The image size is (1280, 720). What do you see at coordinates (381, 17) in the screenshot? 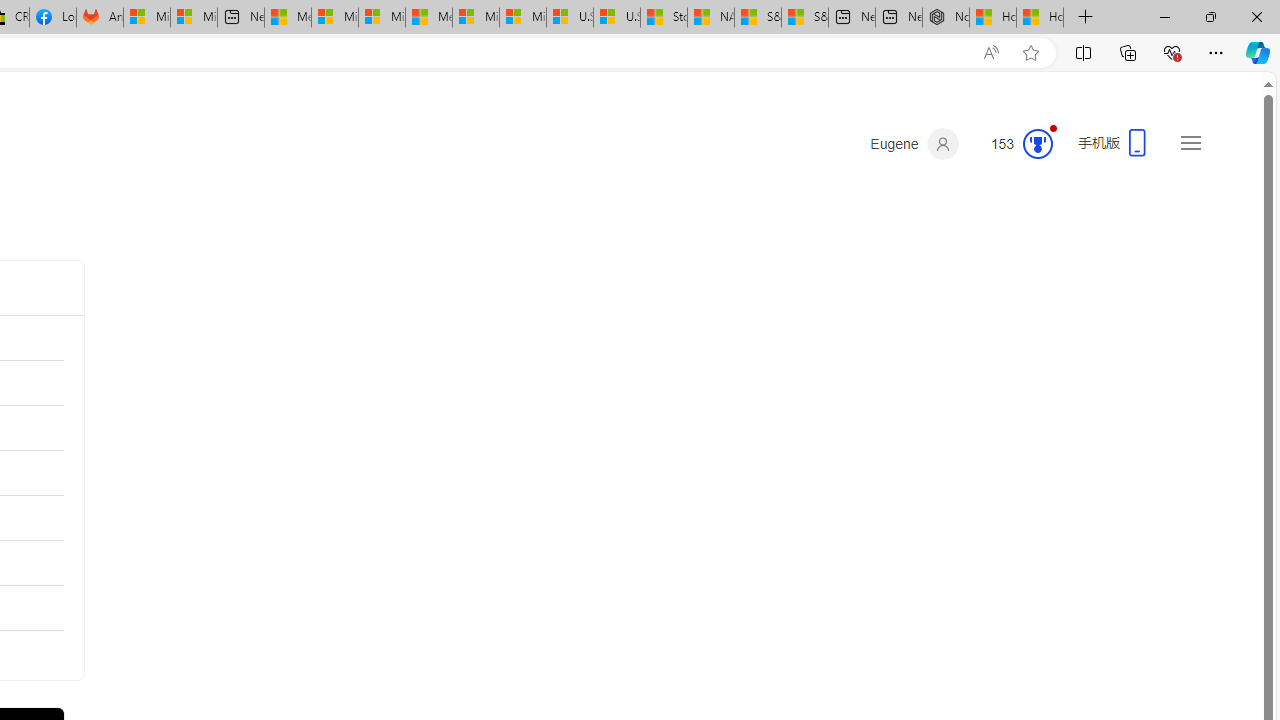
I see `'Microsoft account | Home'` at bounding box center [381, 17].